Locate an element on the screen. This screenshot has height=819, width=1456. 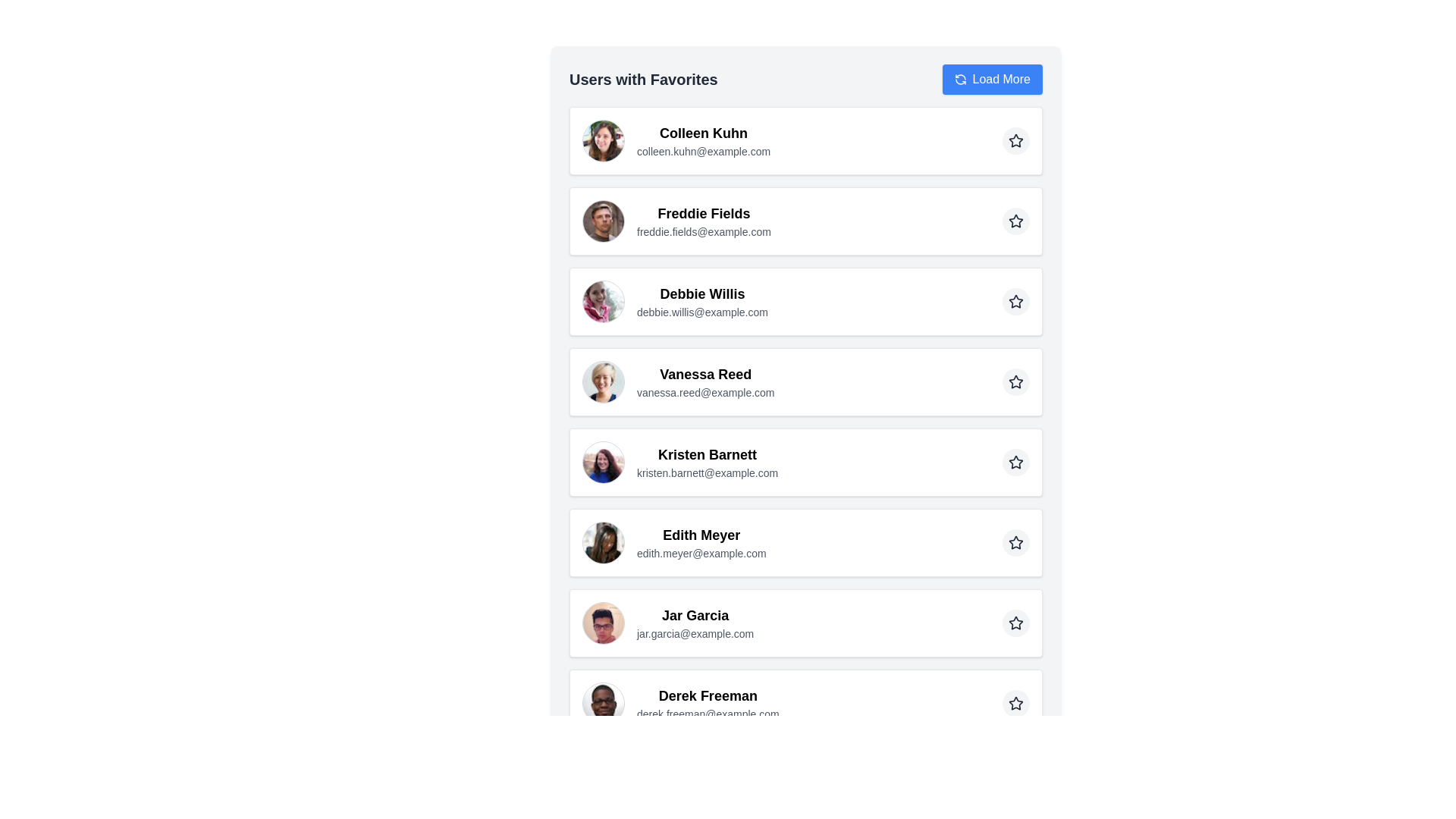
the user avatar image located to the left of the name 'Colleen Kuhn' is located at coordinates (603, 140).